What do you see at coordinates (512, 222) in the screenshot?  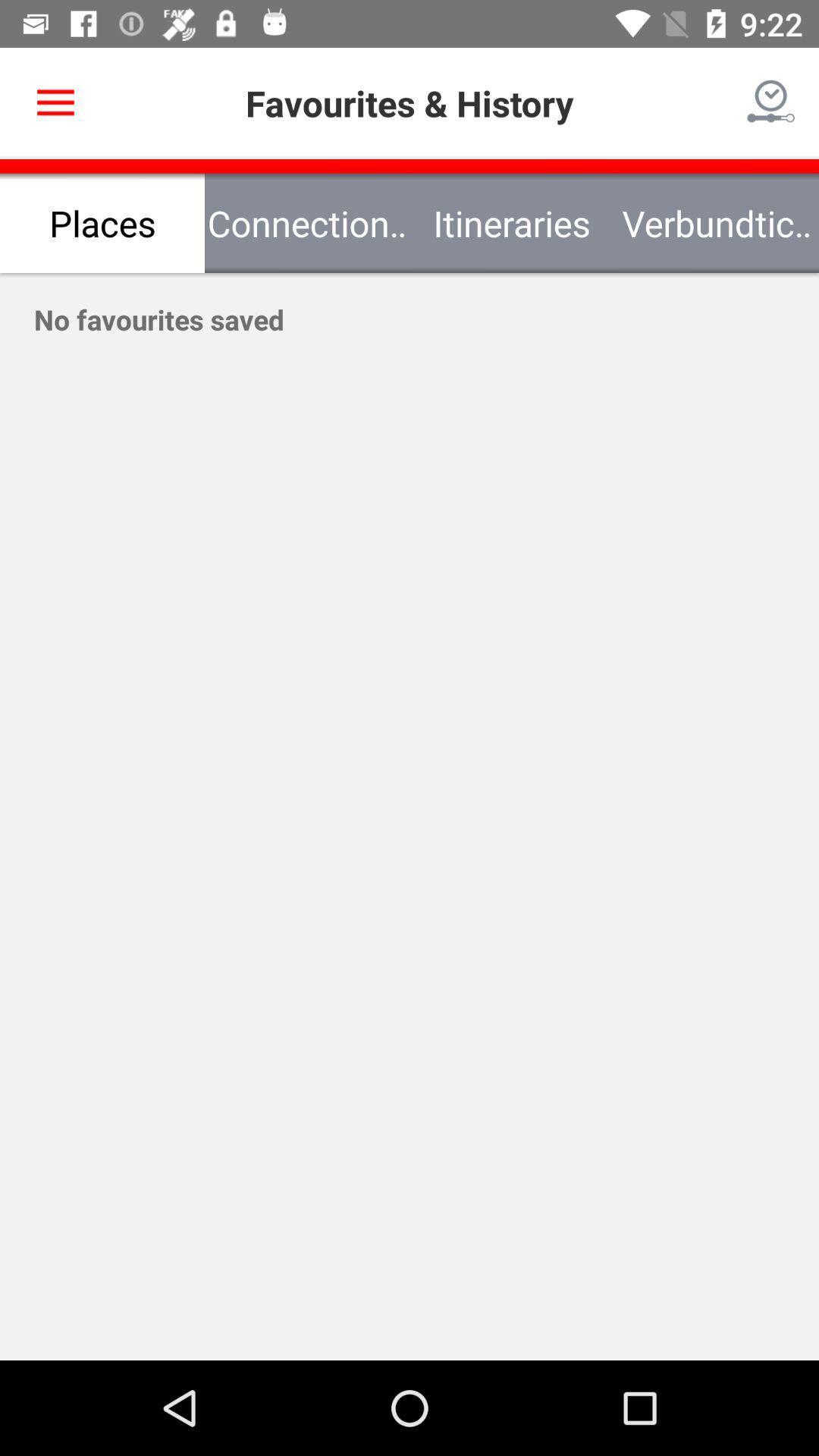 I see `the icon to the left of the verbundtickets` at bounding box center [512, 222].